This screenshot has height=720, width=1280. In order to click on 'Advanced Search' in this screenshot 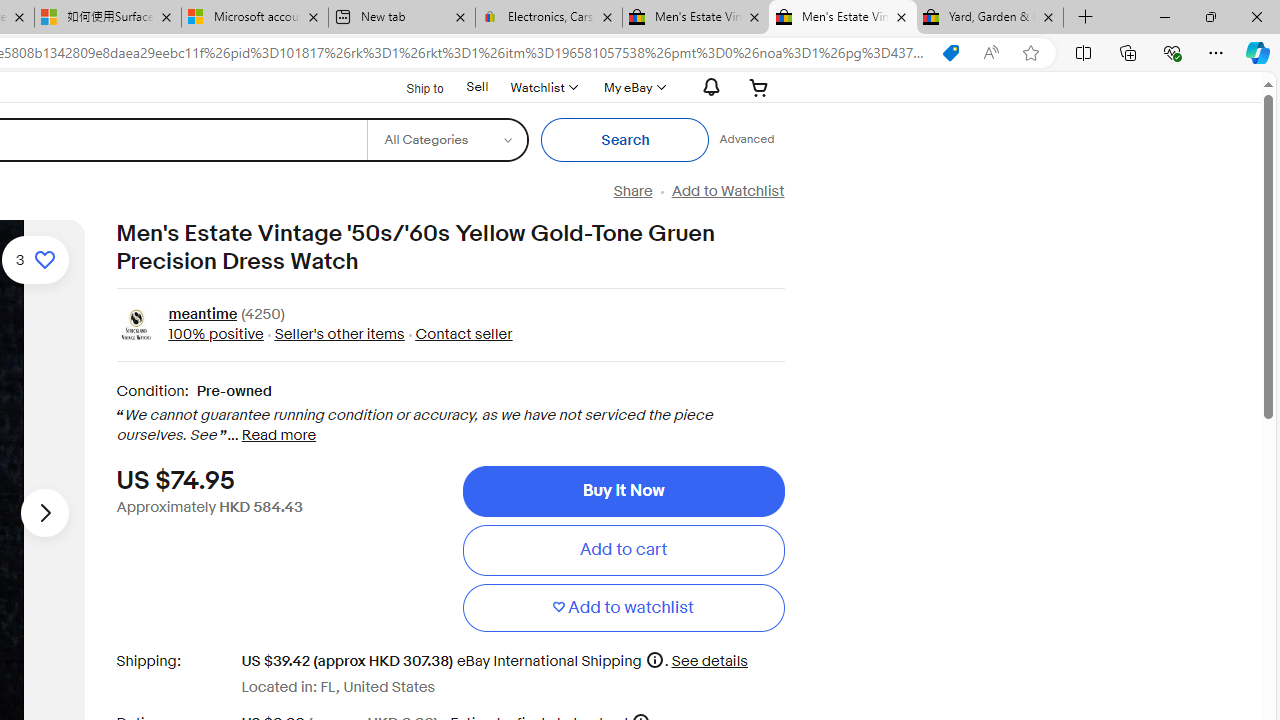, I will do `click(745, 139)`.